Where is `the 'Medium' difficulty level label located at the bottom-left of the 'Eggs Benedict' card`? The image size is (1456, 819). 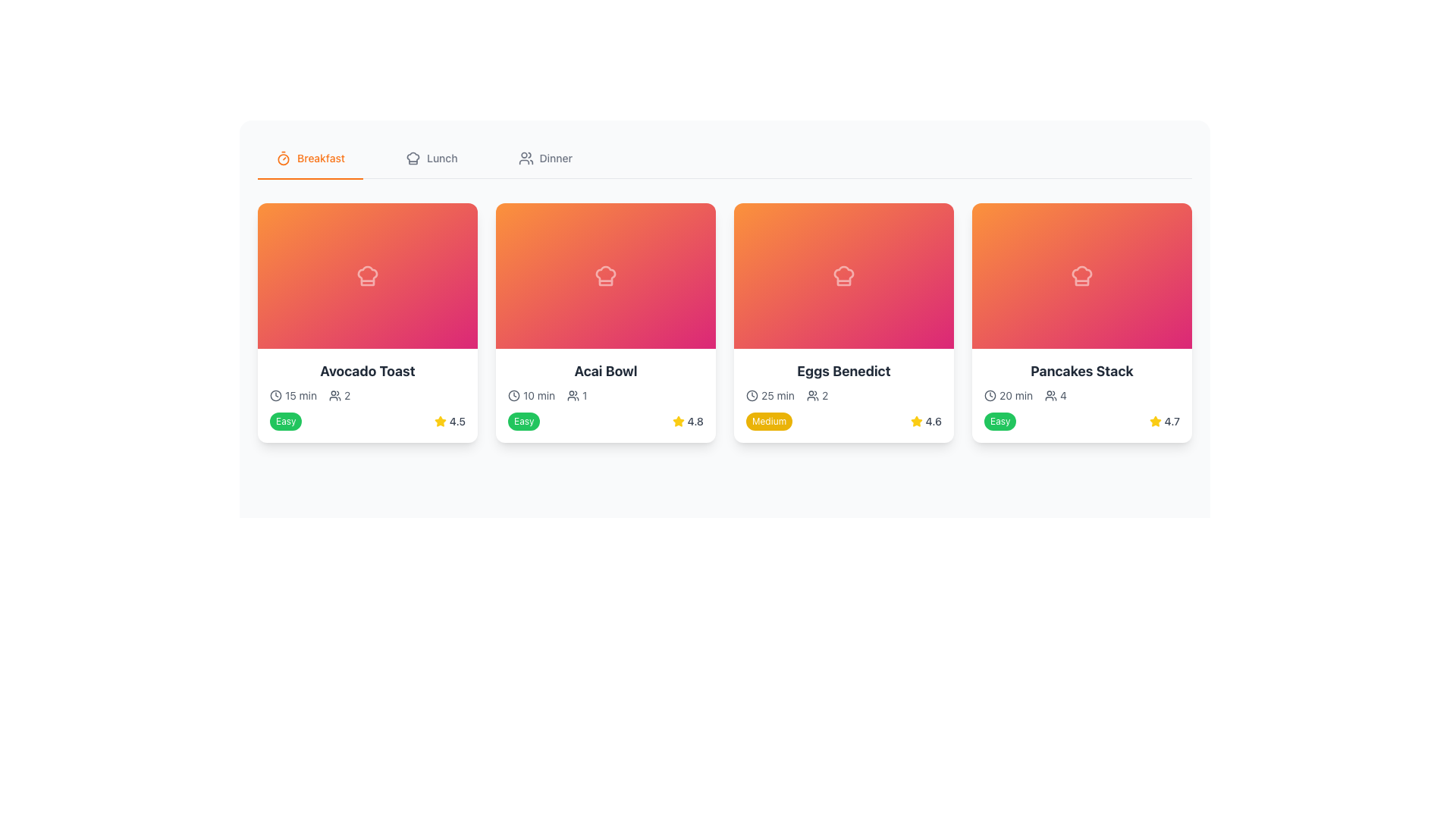
the 'Medium' difficulty level label located at the bottom-left of the 'Eggs Benedict' card is located at coordinates (769, 421).